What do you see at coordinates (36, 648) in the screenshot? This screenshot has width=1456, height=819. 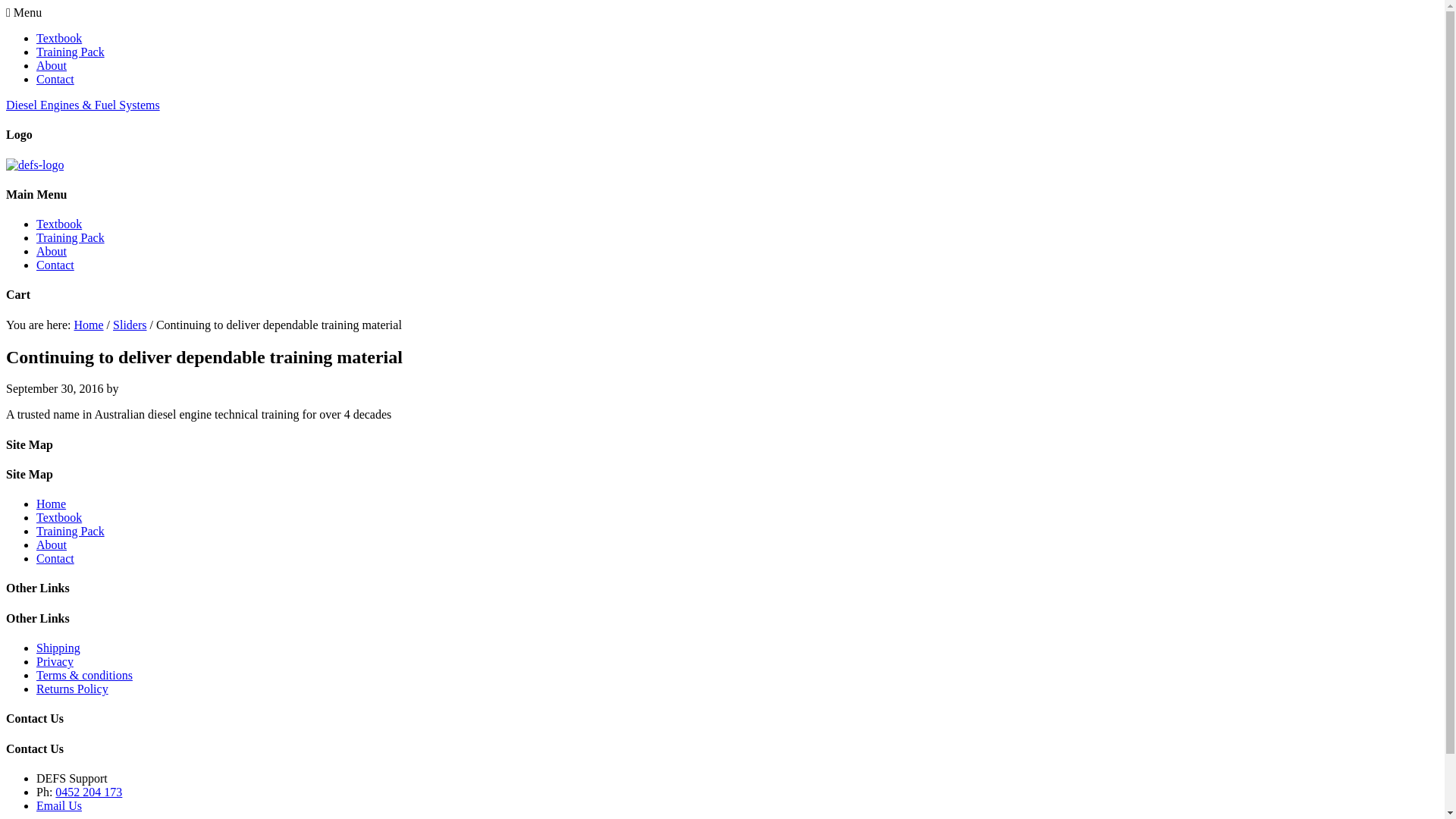 I see `'Shipping'` at bounding box center [36, 648].